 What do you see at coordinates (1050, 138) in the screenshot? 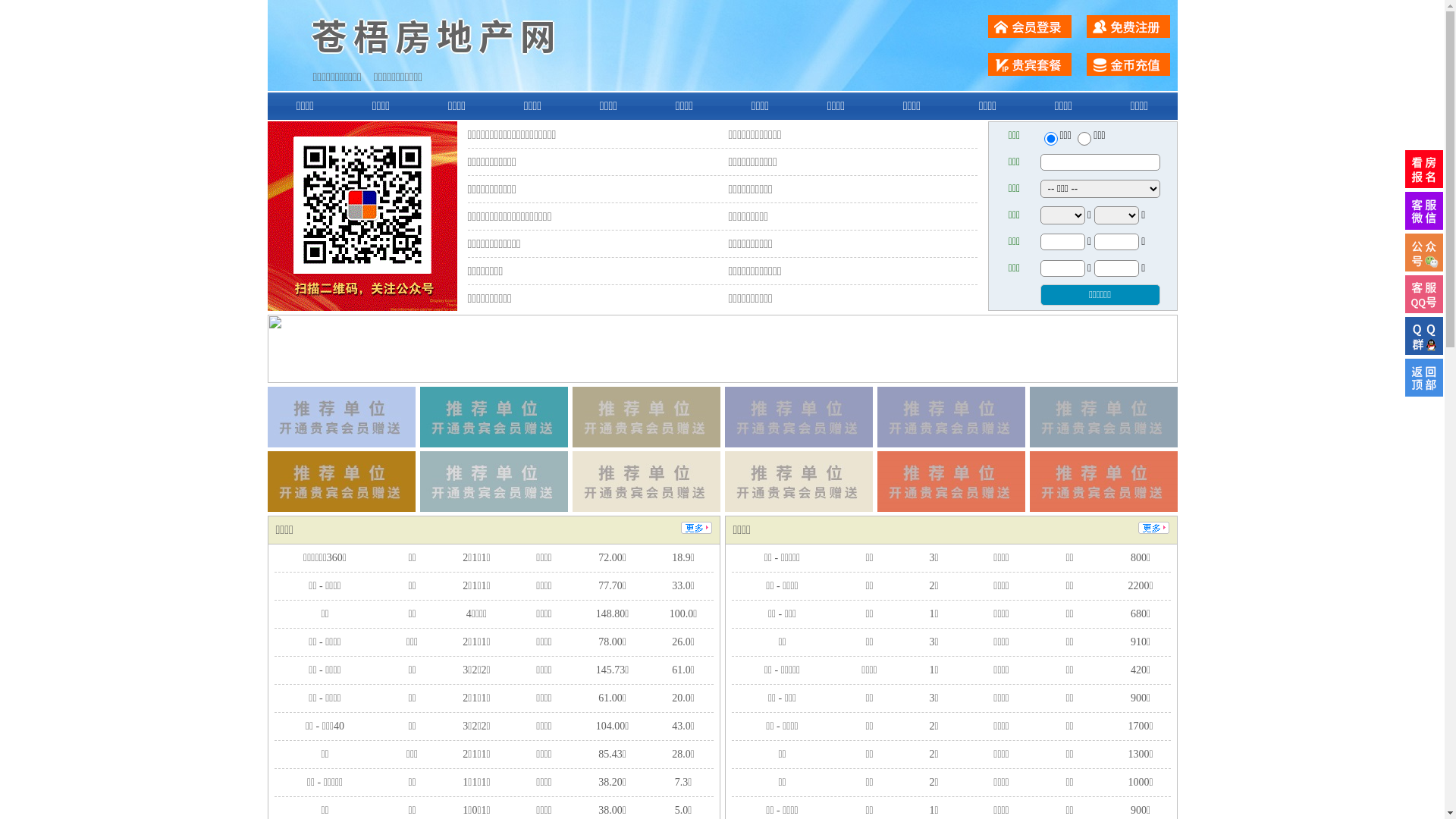
I see `'ershou'` at bounding box center [1050, 138].